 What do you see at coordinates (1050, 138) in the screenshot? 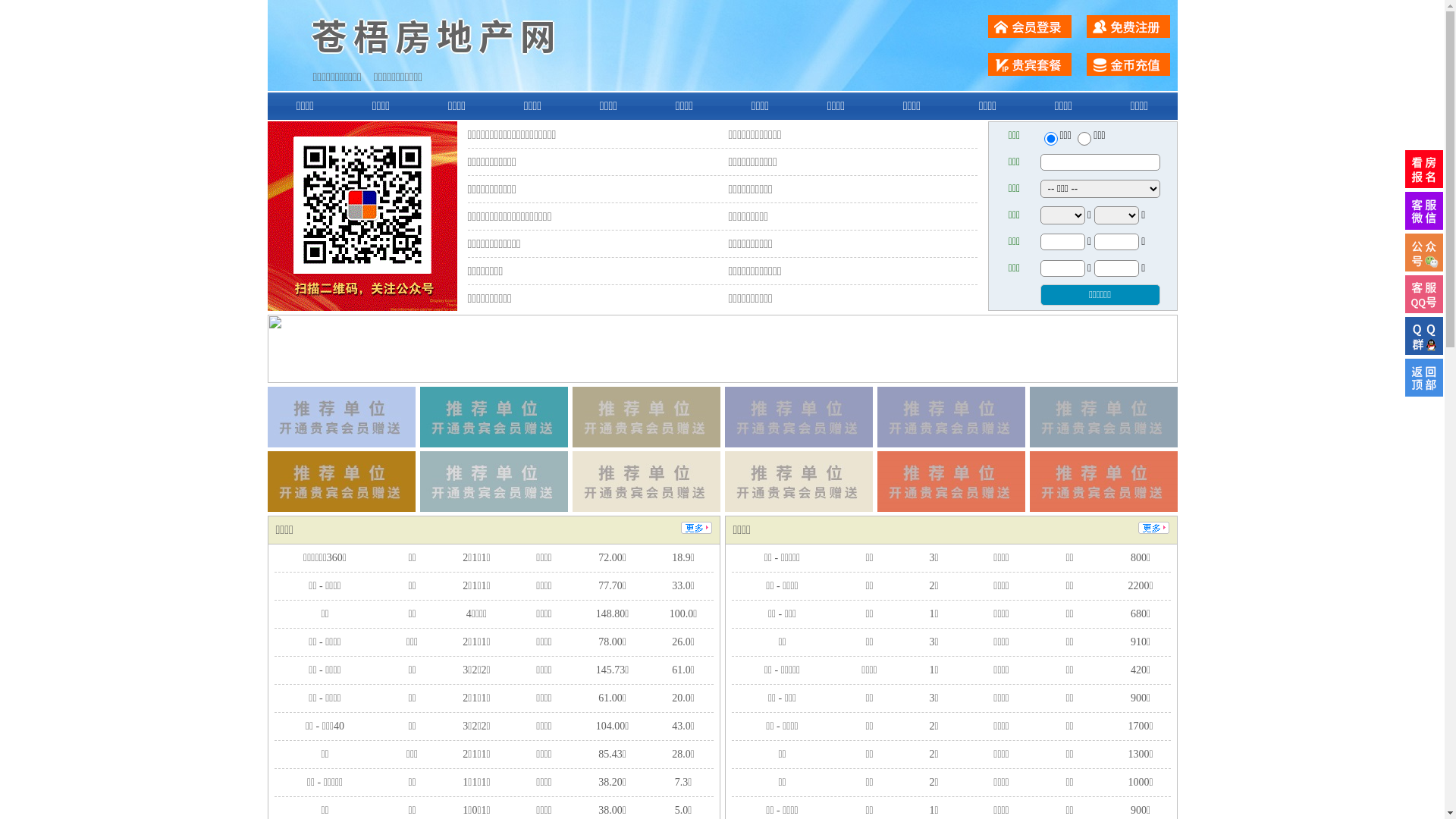
I see `'ershou'` at bounding box center [1050, 138].